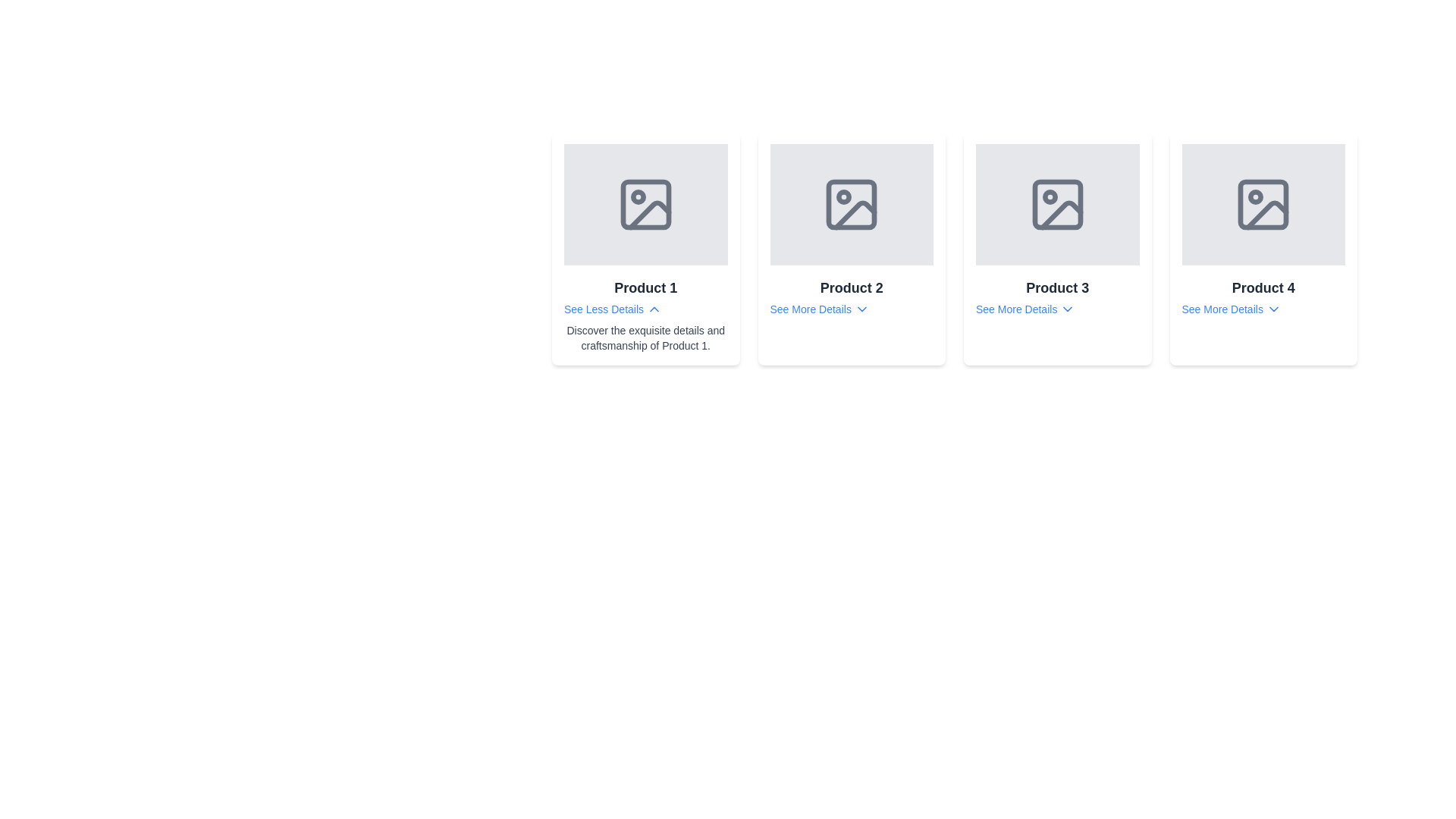  I want to click on the chevron icon located to the right of the 'See More Details' text in the 'Product 2' card, so click(861, 309).